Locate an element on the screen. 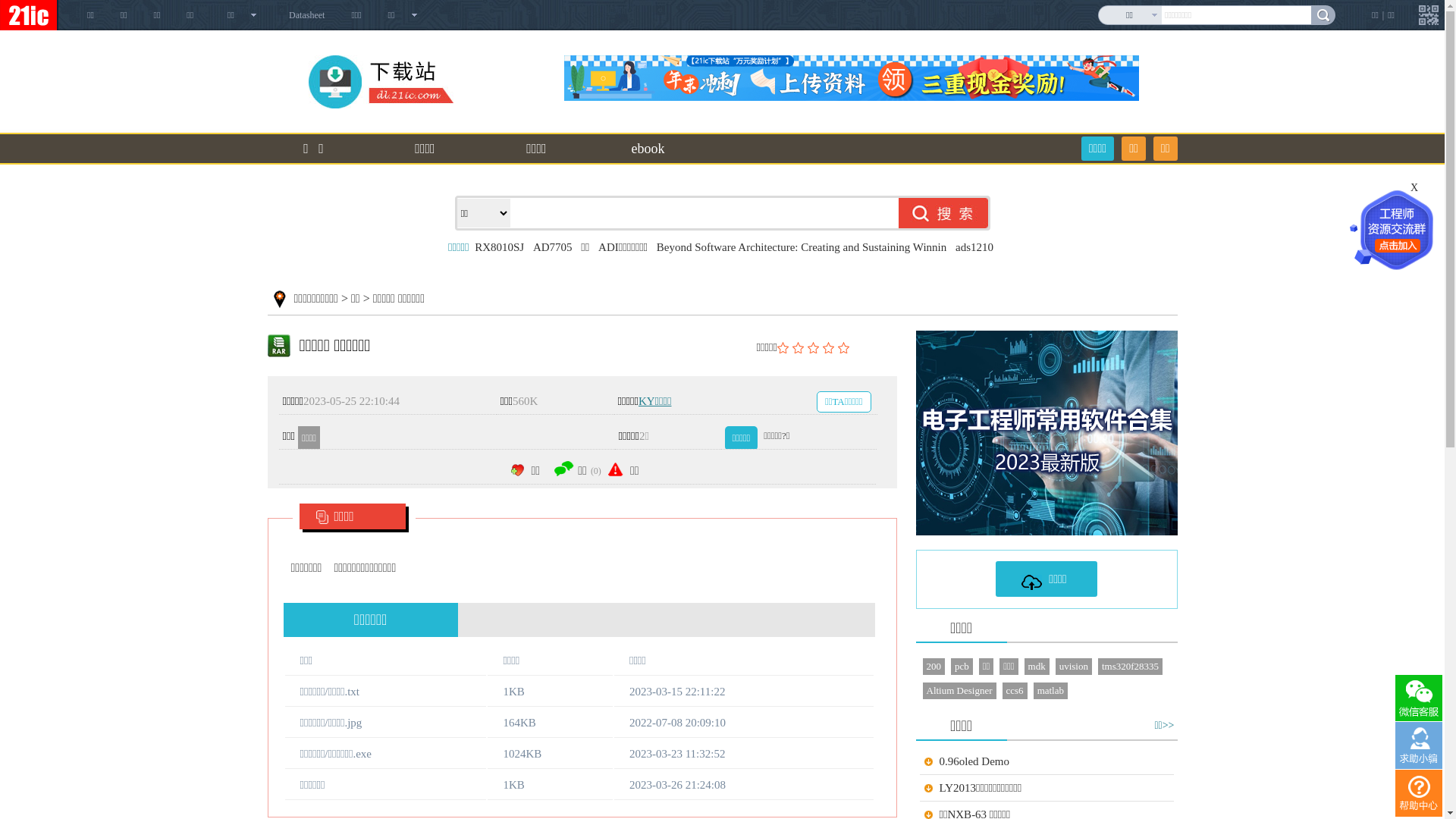 Image resolution: width=1456 pixels, height=819 pixels. 'matlab' is located at coordinates (1033, 690).